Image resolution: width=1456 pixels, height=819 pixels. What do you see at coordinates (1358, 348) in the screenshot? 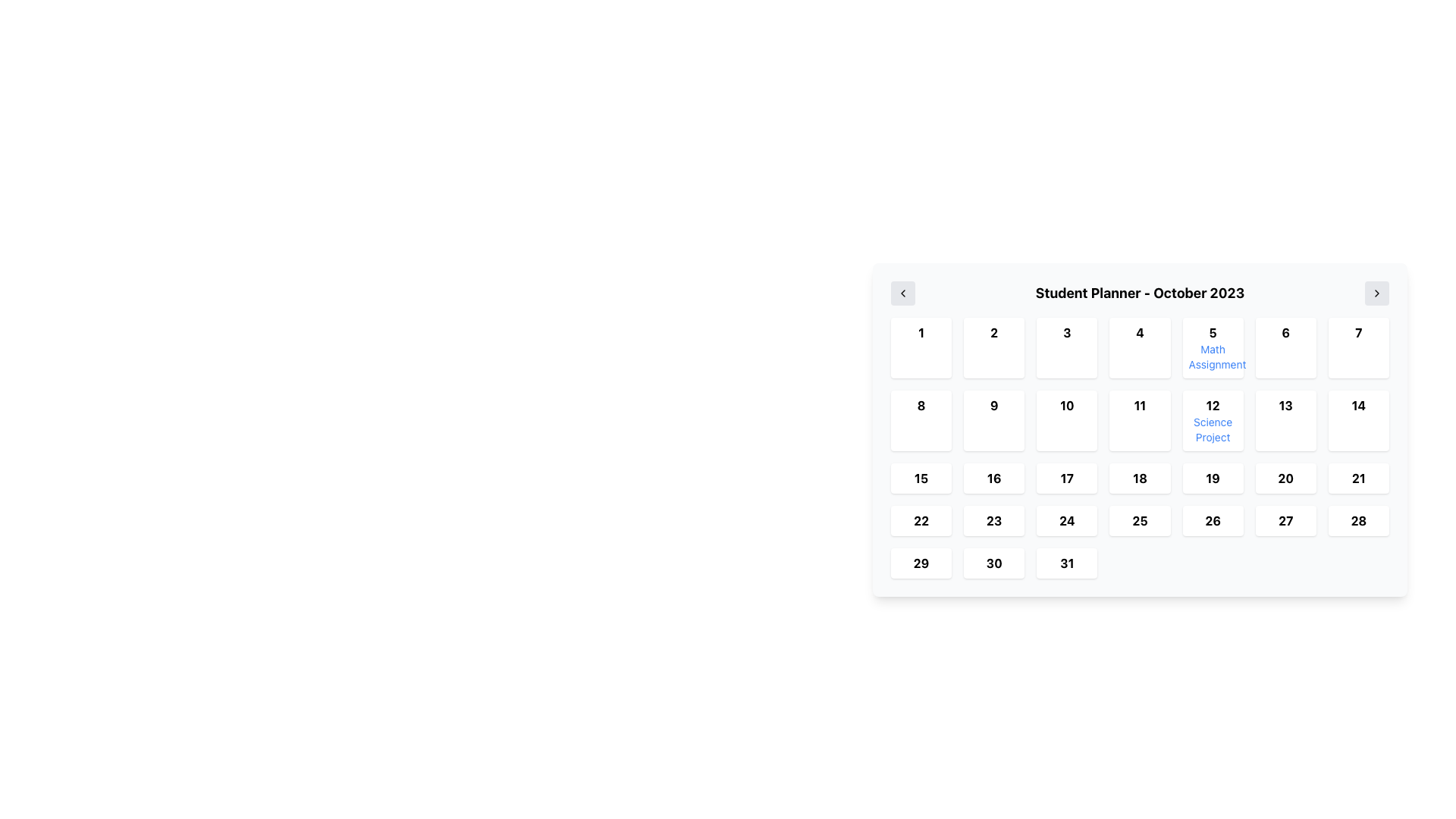
I see `the Calendar Day Box containing the number '7', which is the seventh item` at bounding box center [1358, 348].